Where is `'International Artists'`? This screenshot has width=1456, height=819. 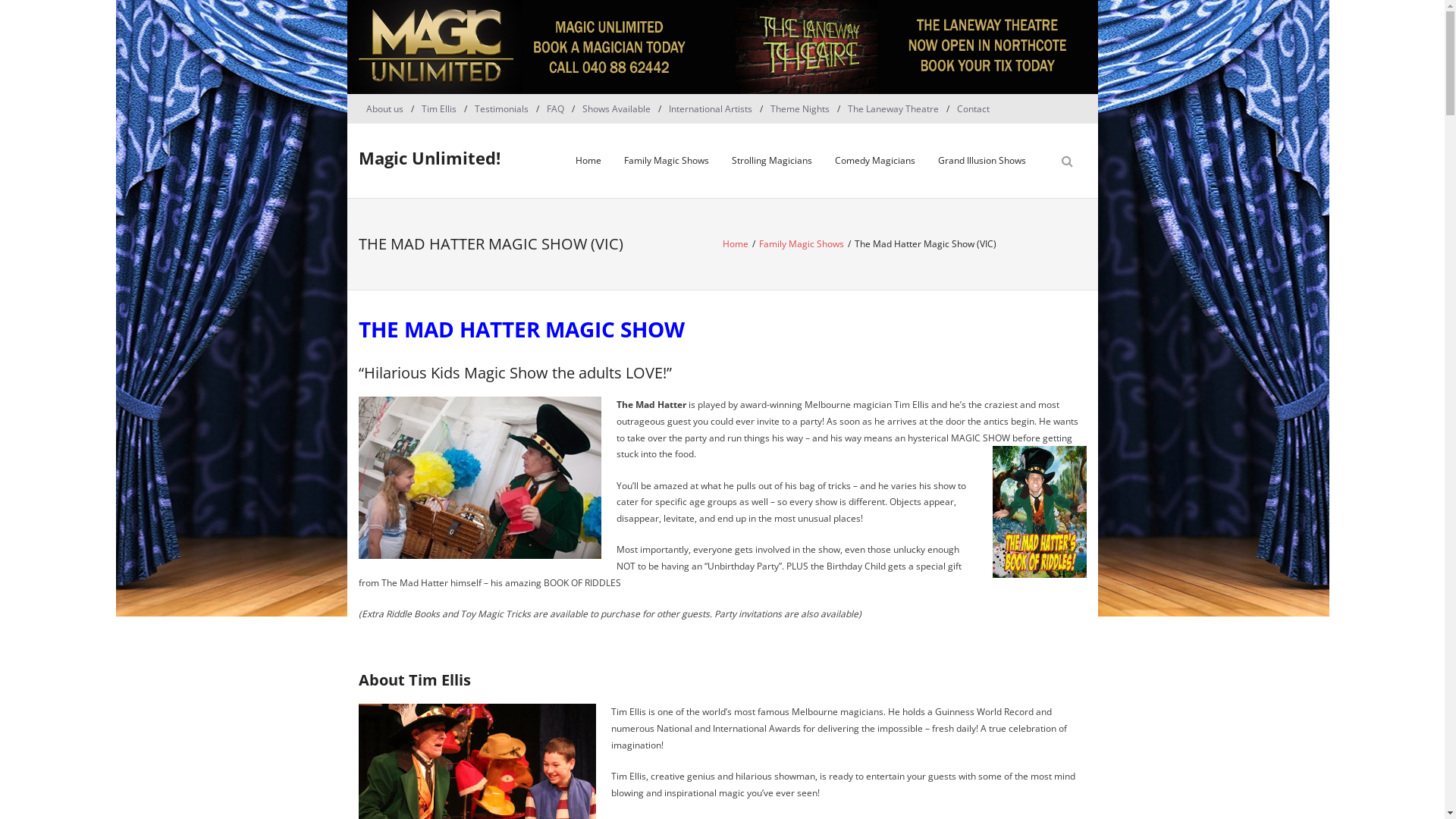
'International Artists' is located at coordinates (709, 108).